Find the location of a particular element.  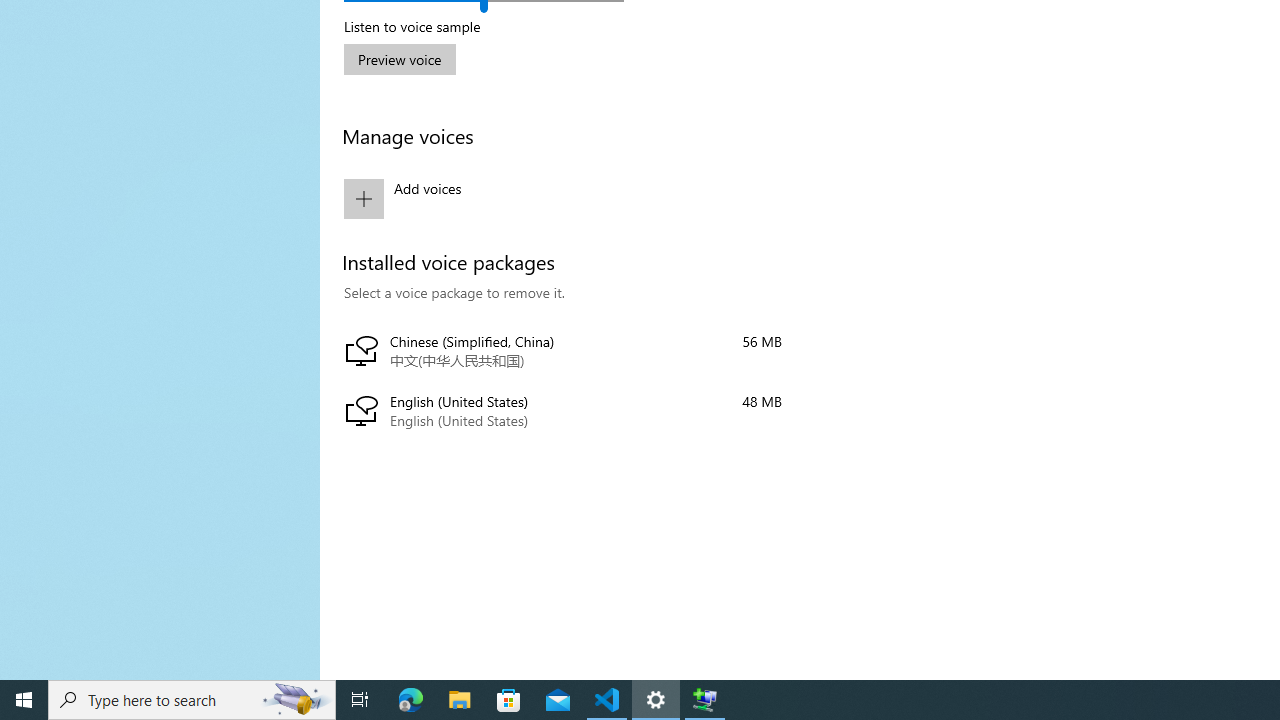

'File Explorer' is located at coordinates (459, 698).